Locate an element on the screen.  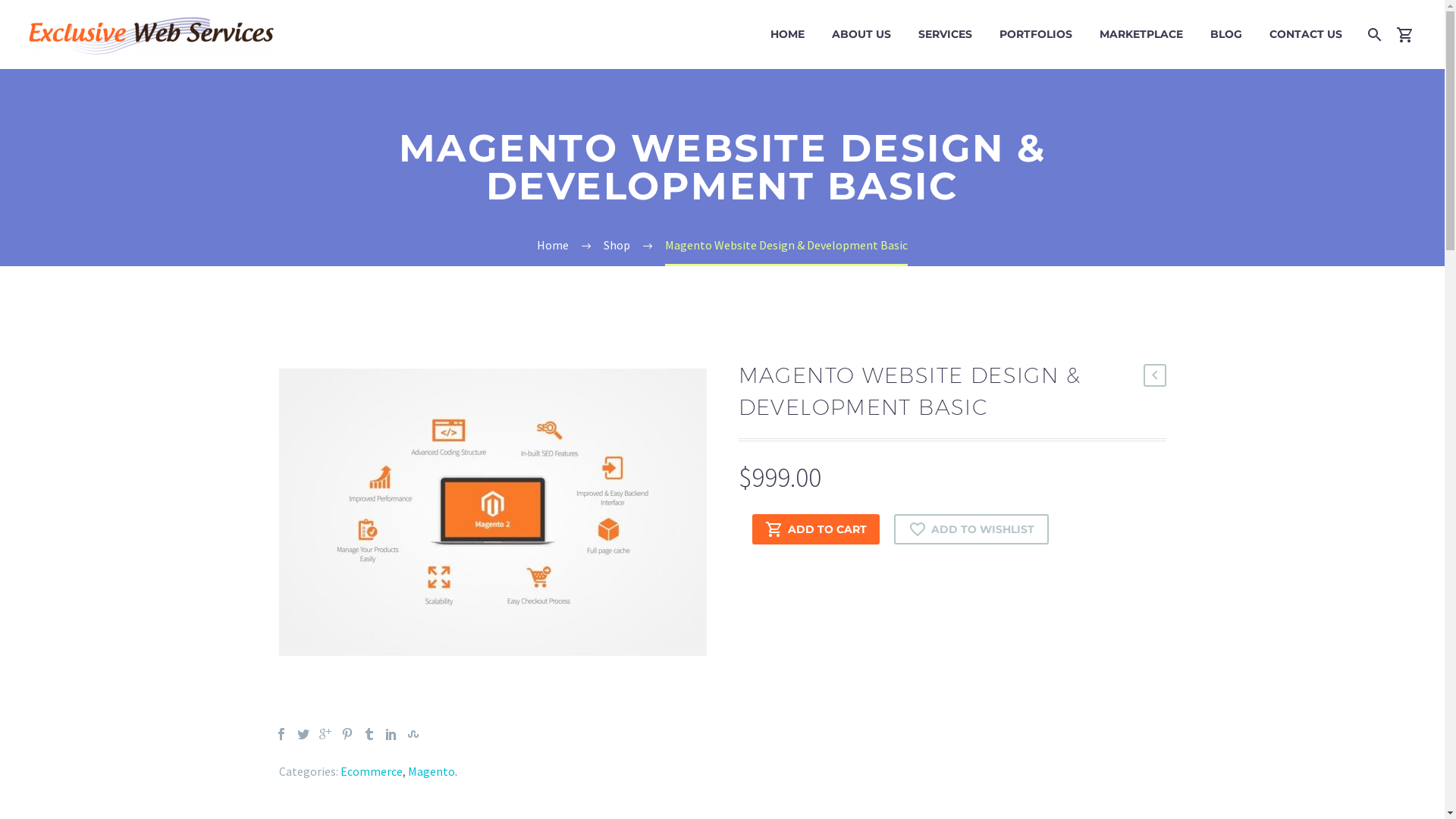
'Pinterest' is located at coordinates (346, 733).